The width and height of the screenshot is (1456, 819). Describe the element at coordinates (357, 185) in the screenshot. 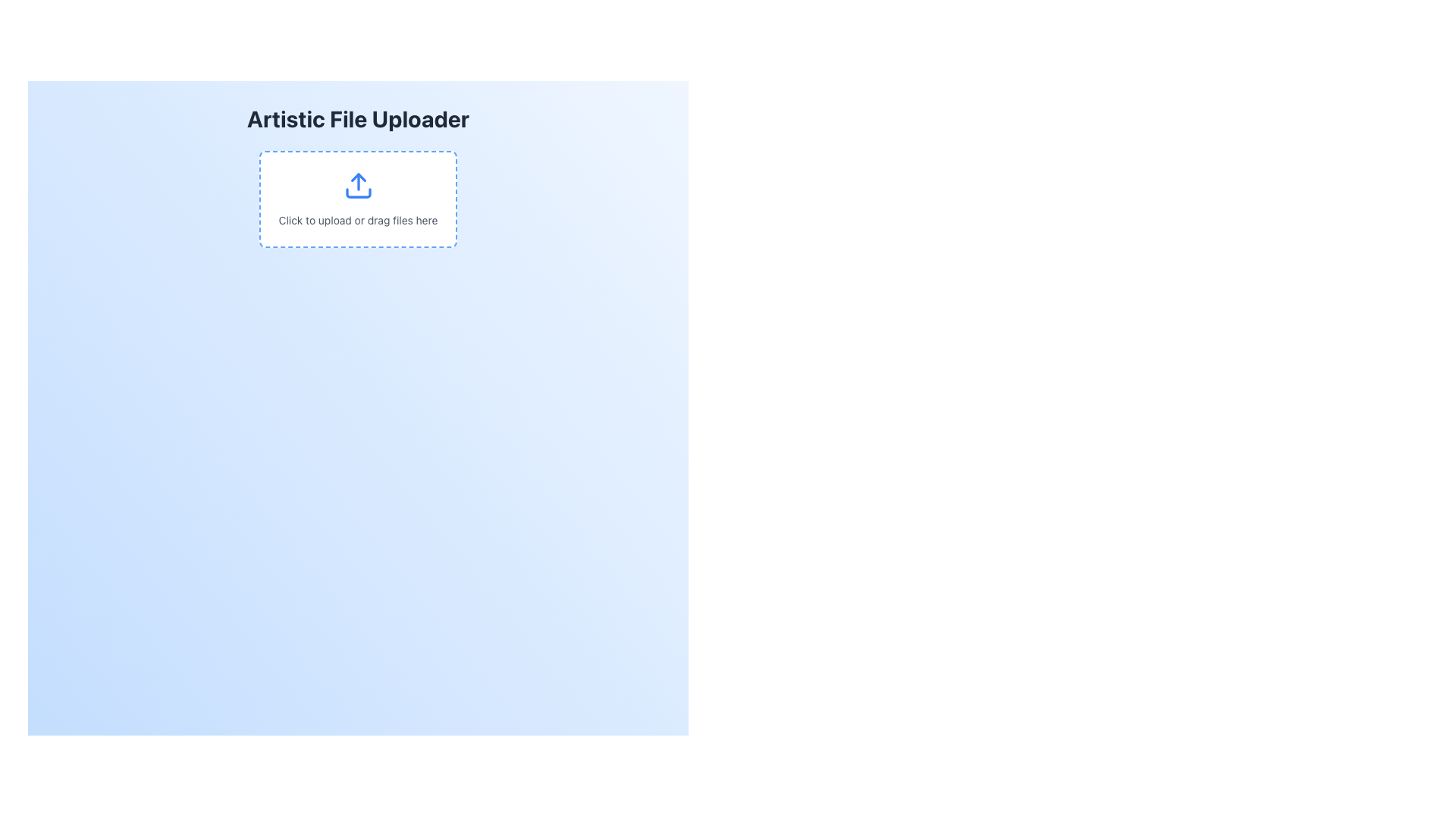

I see `the upload icon, which is a vibrant blue arrow pointing upwards above a horizontal base, located centrally within the drag-and-drop file upload area under the label 'Click to upload or drag files here'` at that location.